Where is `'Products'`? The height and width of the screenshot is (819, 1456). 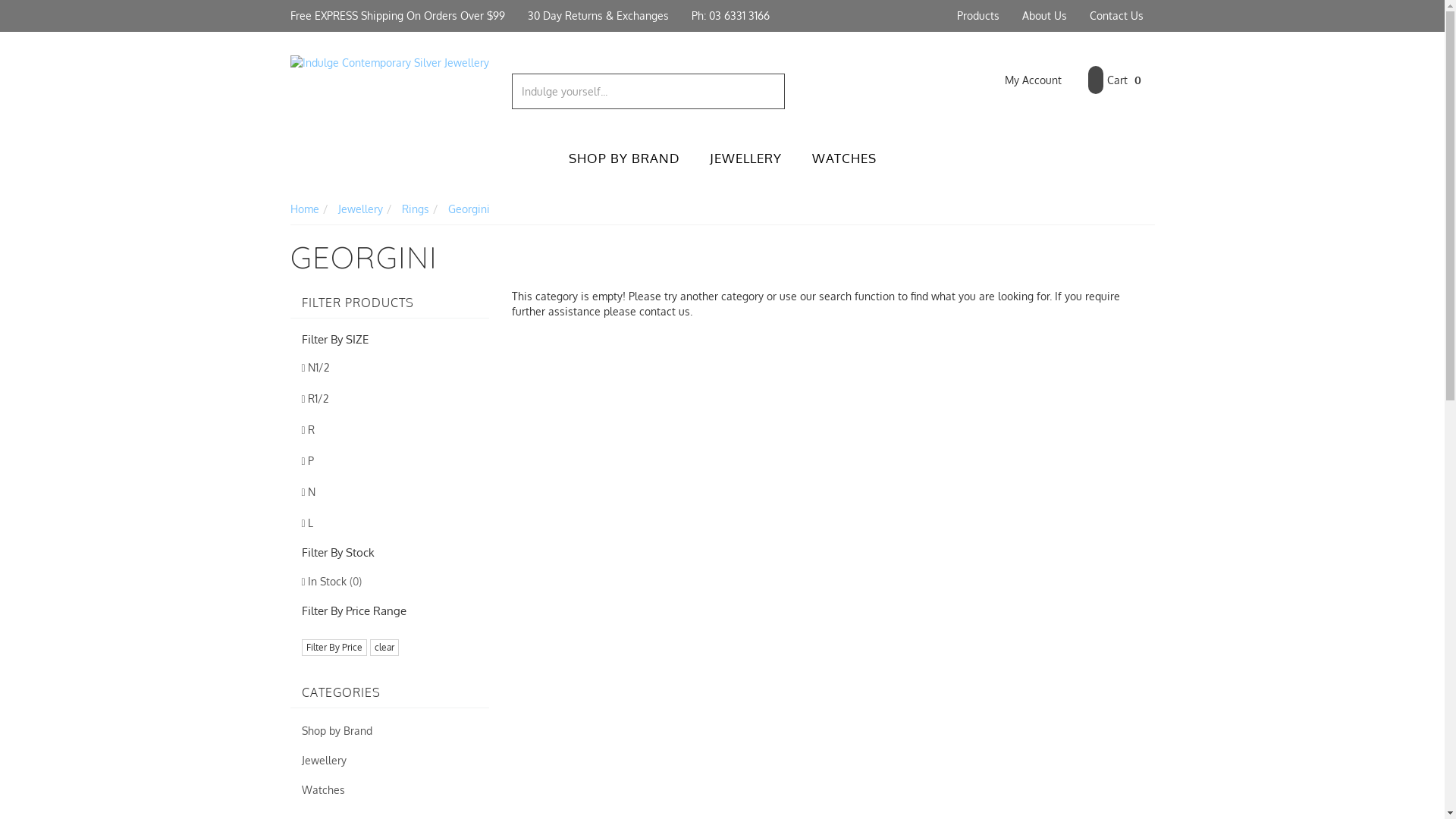 'Products' is located at coordinates (977, 15).